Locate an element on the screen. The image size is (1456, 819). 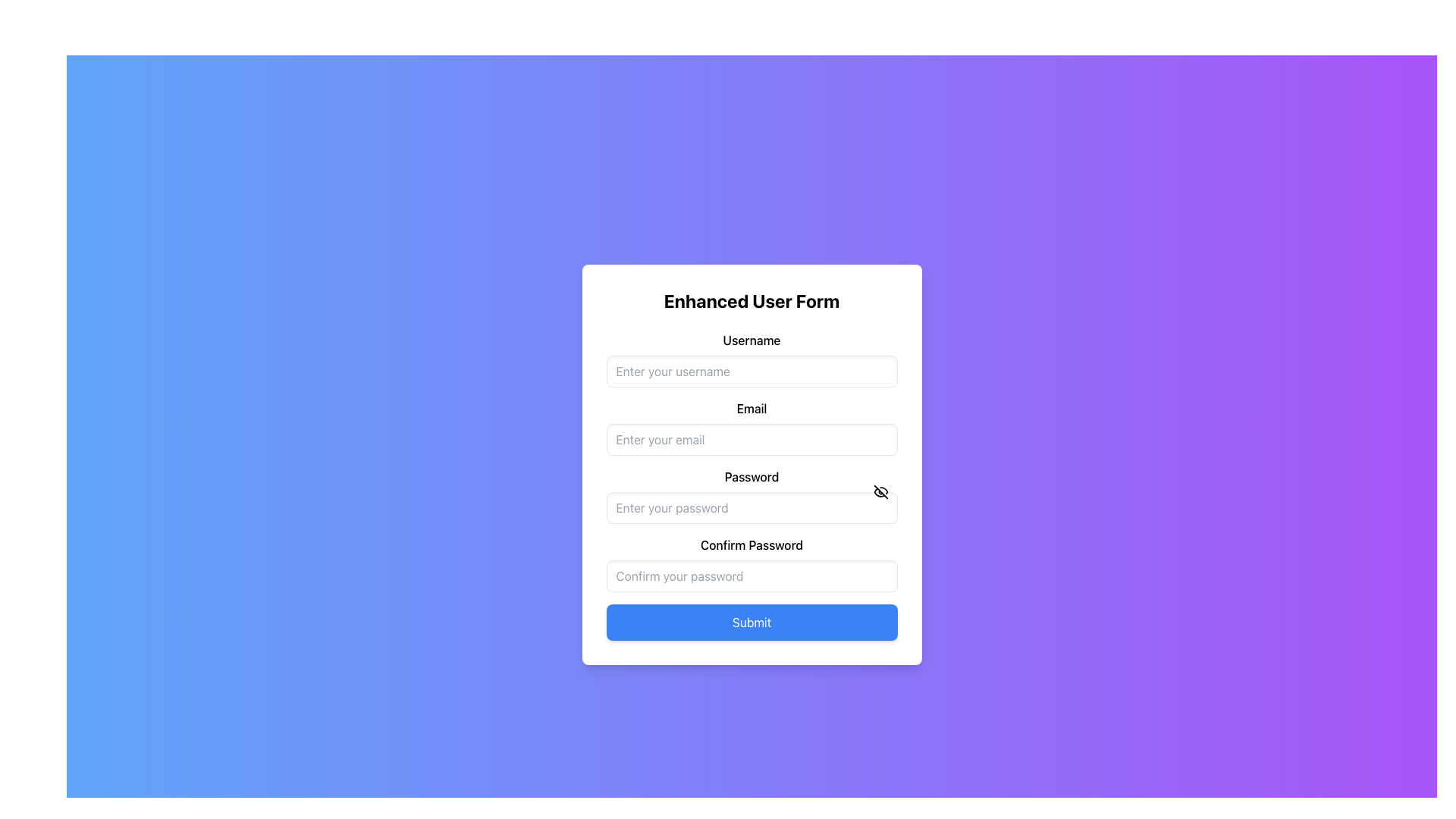
the label for the password confirmation input field, which is positioned beneath the 'Password' field and above the 'Submit' button is located at coordinates (752, 544).